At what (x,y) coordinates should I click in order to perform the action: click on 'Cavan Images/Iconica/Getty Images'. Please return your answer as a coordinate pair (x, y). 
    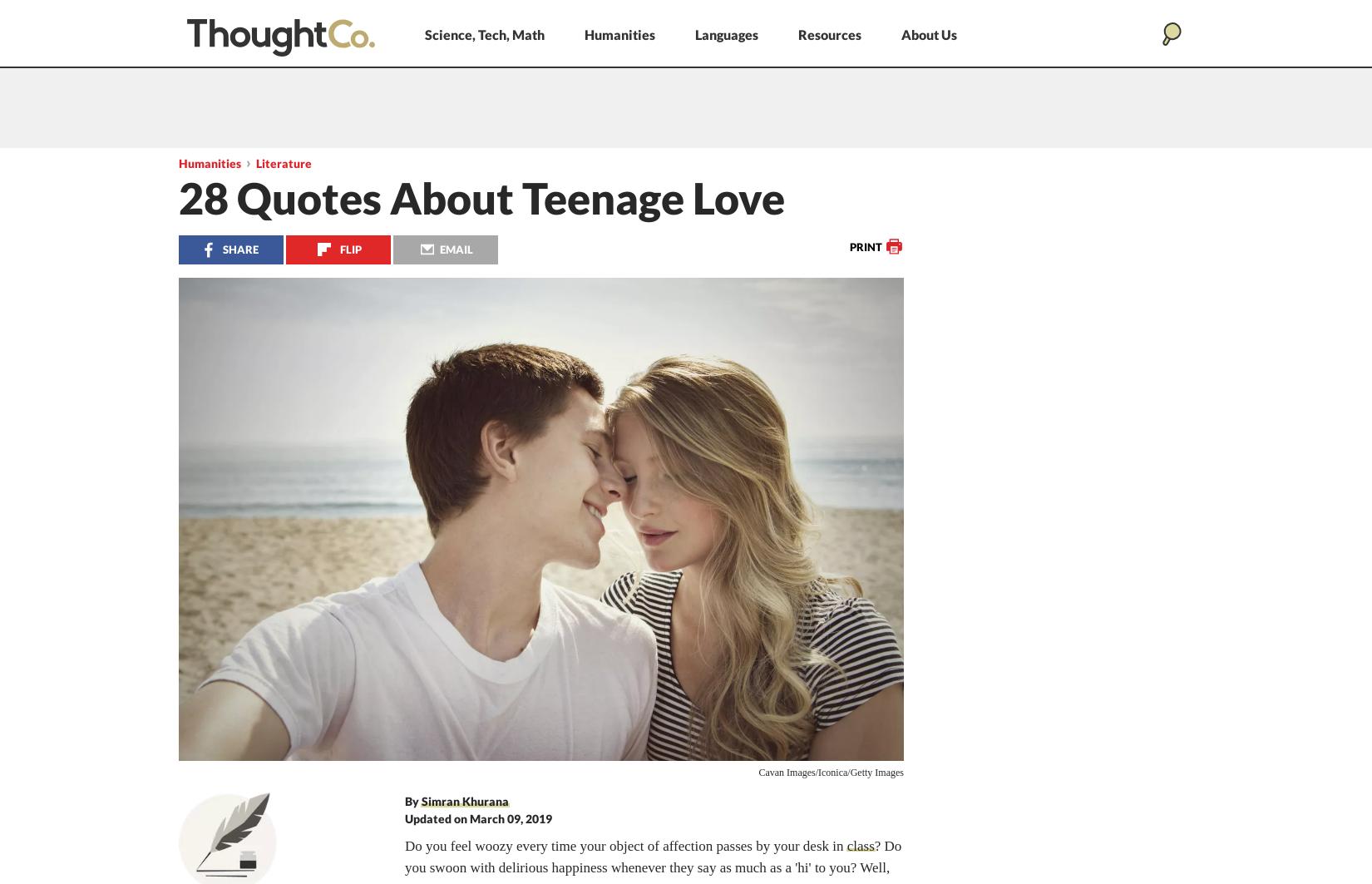
    Looking at the image, I should click on (831, 771).